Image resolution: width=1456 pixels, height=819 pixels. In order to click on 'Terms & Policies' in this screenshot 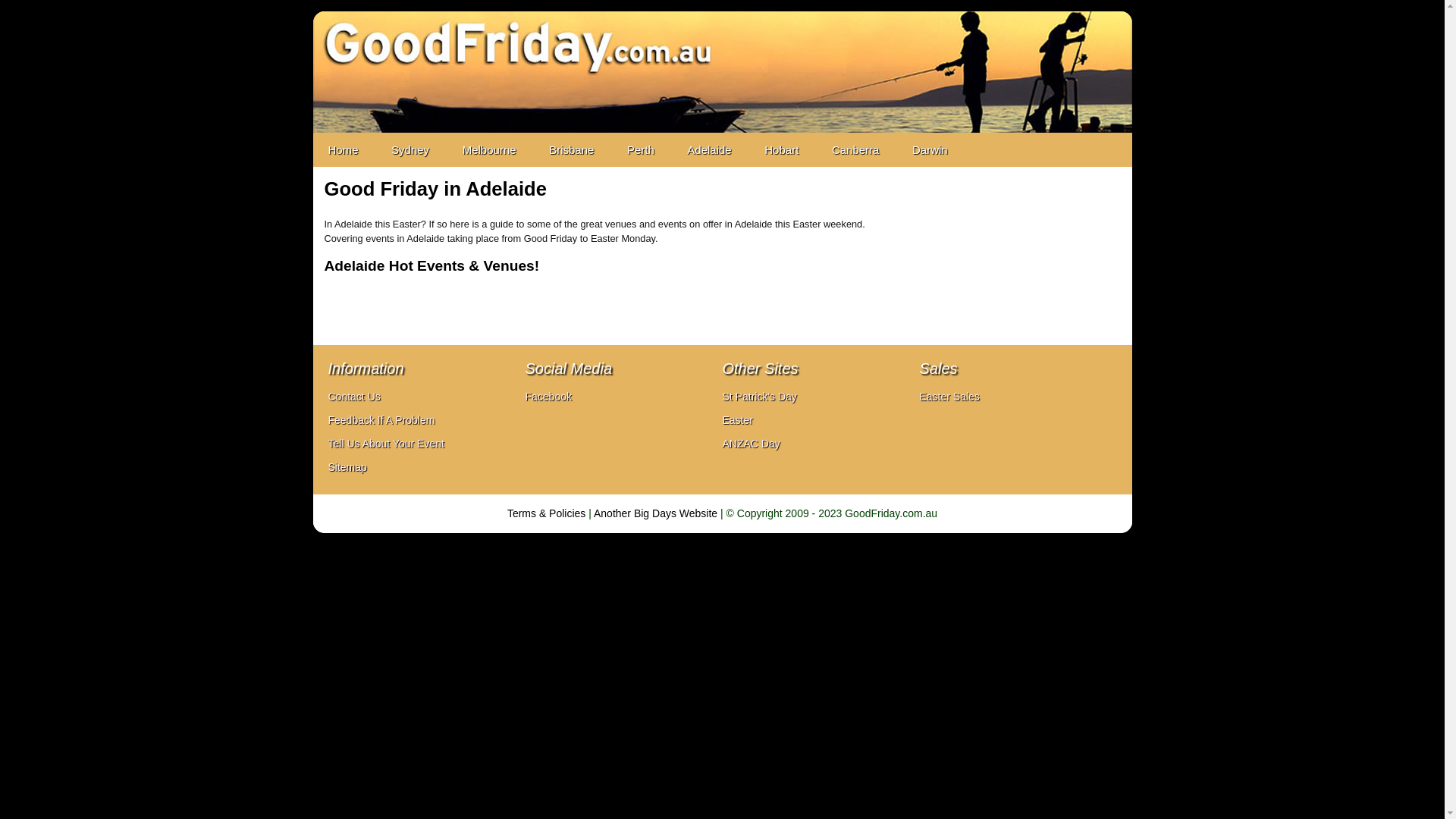, I will do `click(507, 513)`.